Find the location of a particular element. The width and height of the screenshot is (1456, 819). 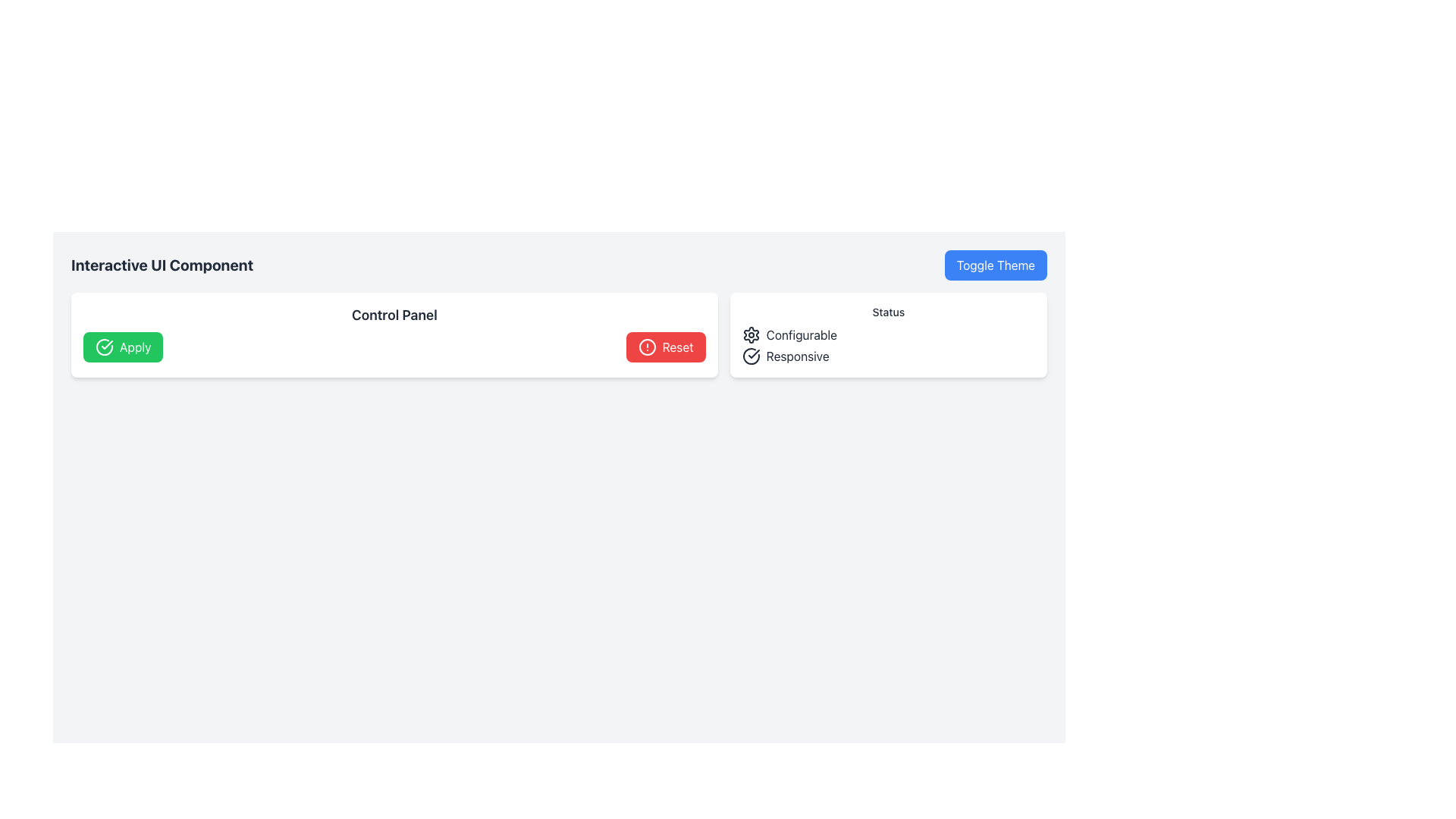

the 'Toggle Theme' button, which is a rounded rectangular button with a blue background and white text located on the right side of the top section of the interface, adjacent to the 'Status' panel is located at coordinates (996, 265).